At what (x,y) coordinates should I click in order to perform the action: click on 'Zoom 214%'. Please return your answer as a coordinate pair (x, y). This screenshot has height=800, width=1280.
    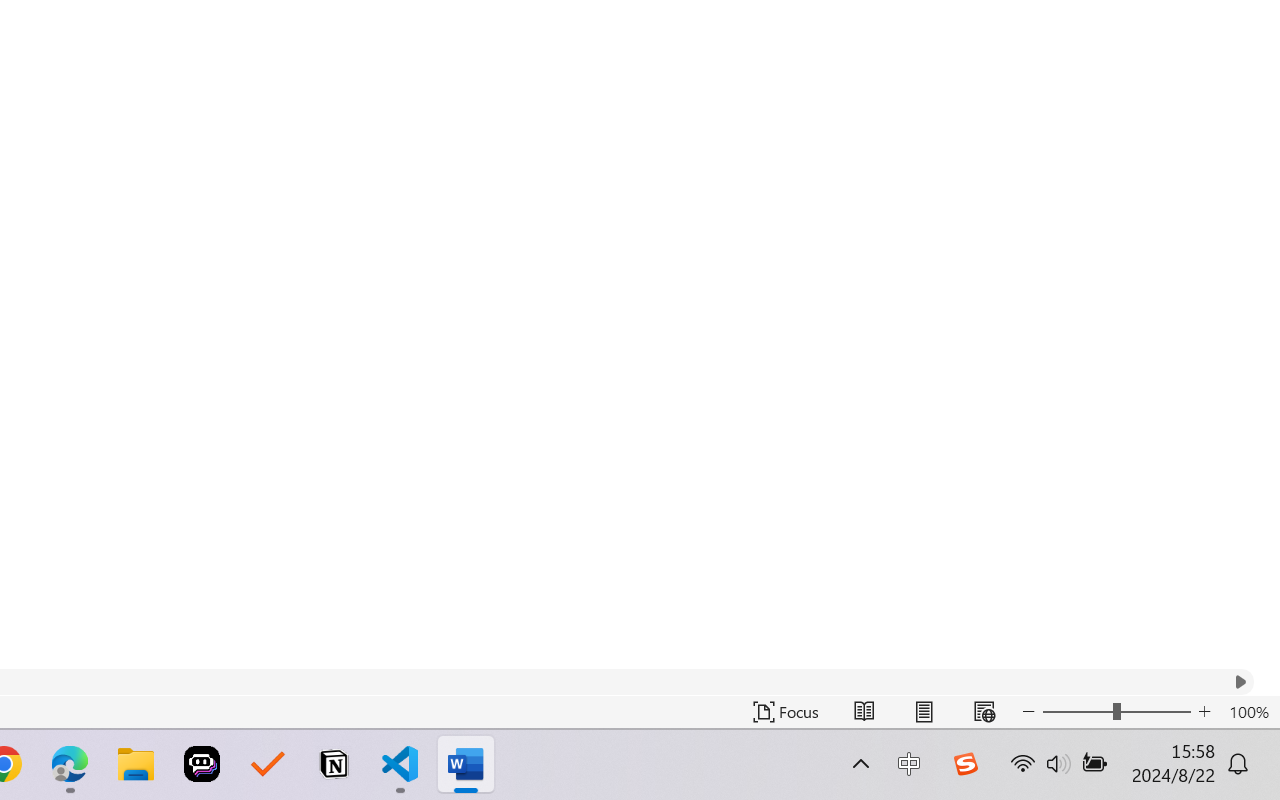
    Looking at the image, I should click on (1233, 743).